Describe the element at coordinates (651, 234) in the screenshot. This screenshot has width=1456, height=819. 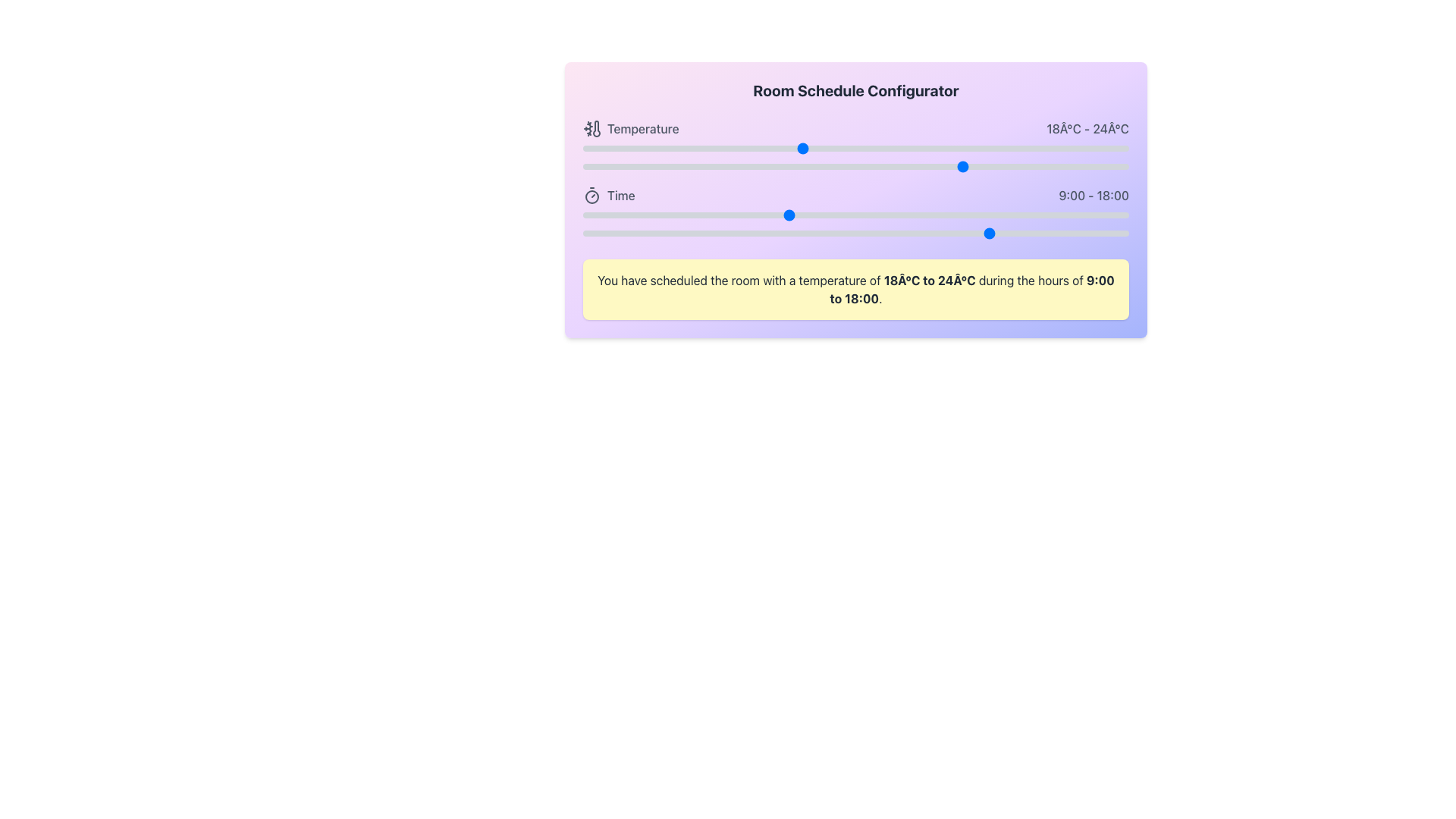
I see `the time` at that location.